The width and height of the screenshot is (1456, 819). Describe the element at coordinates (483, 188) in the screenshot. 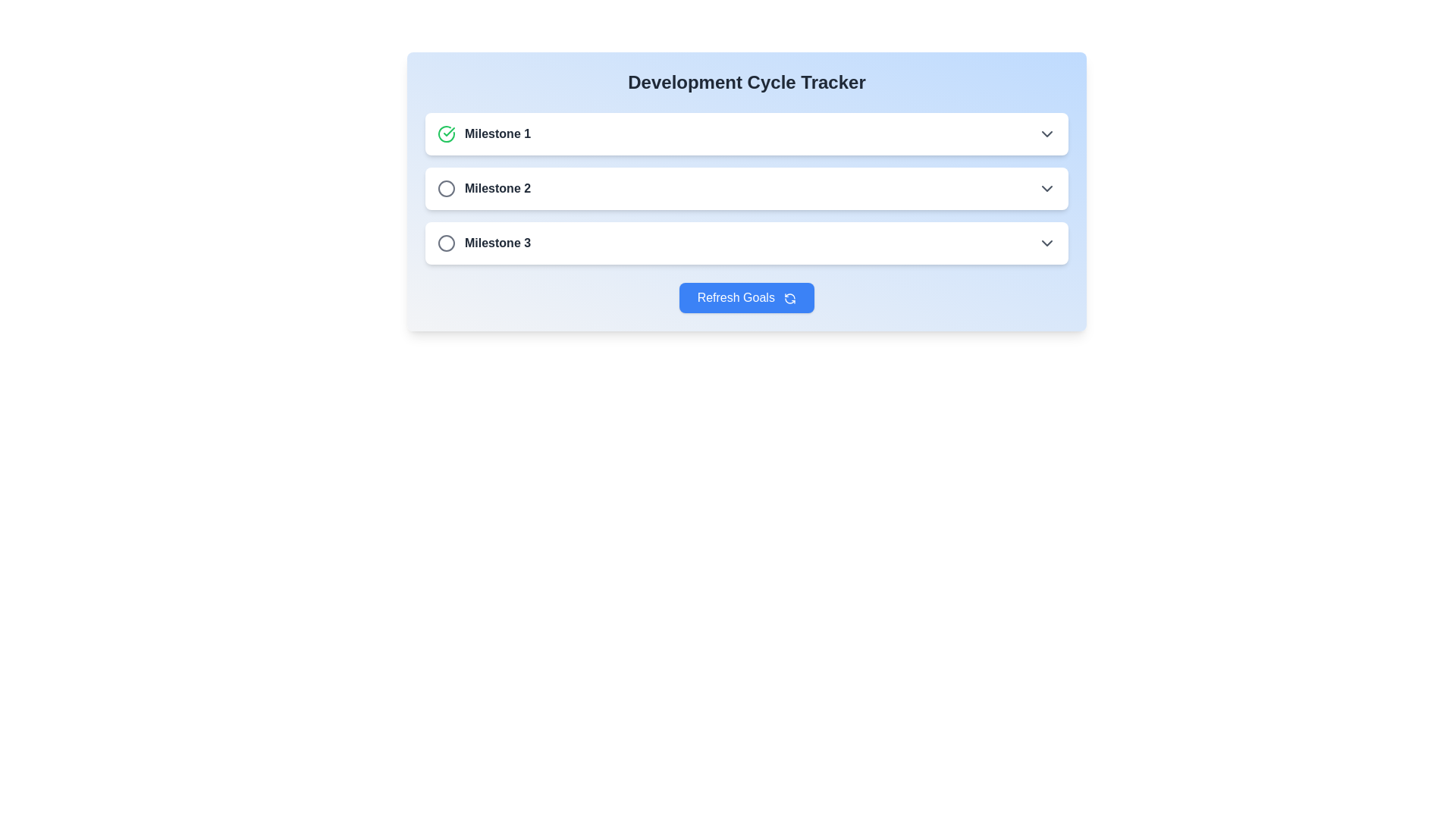

I see `the 'Milestone 2' label, which is styled in bold and dark gray and positioned below 'Milestone 1' and above 'Milestone 3'` at that location.